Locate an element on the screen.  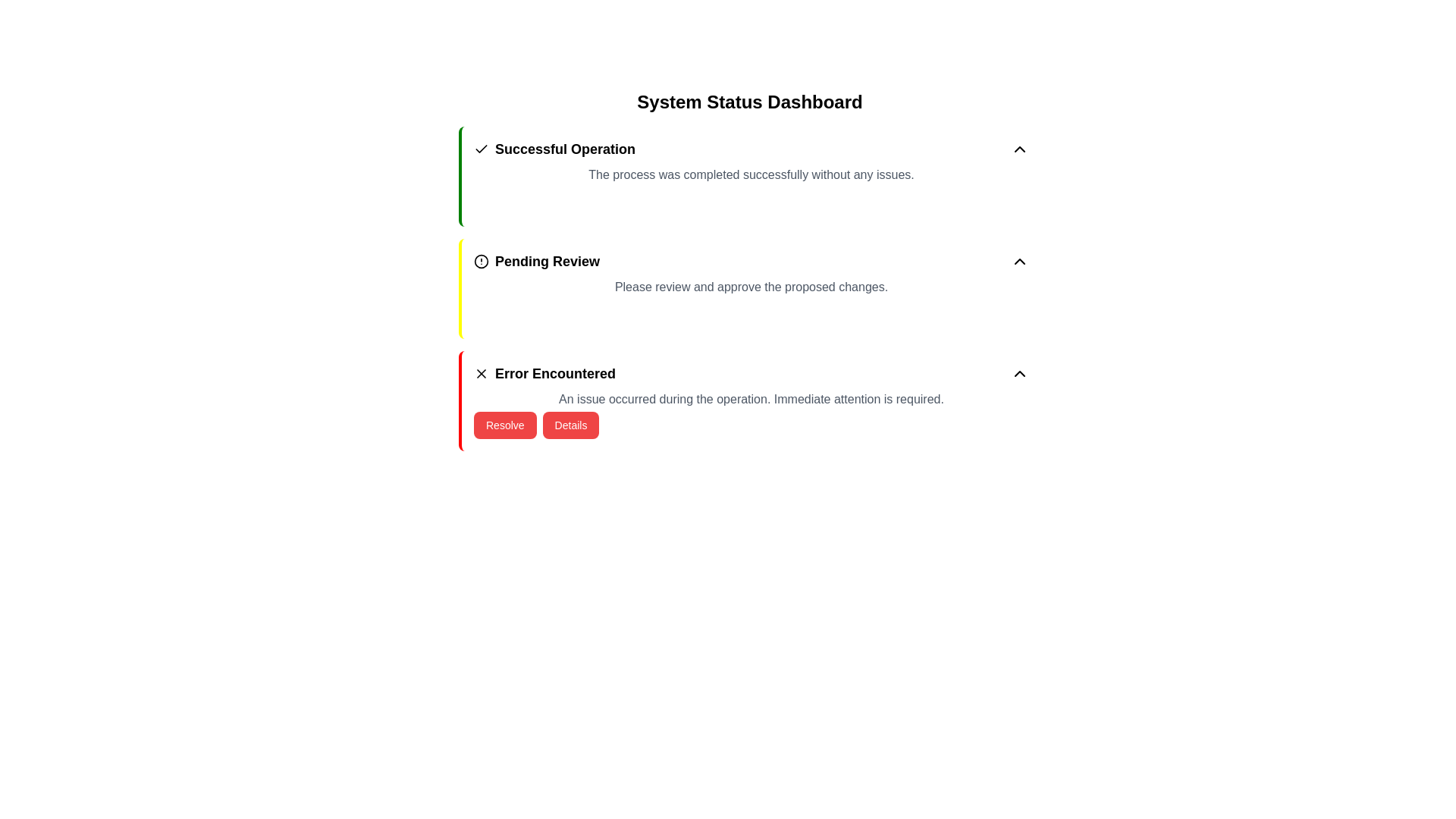
the informational display panel that indicates a pending review status, located in the middle section of the dashboard between 'Successful Operation' and 'Error Encountered' is located at coordinates (751, 260).